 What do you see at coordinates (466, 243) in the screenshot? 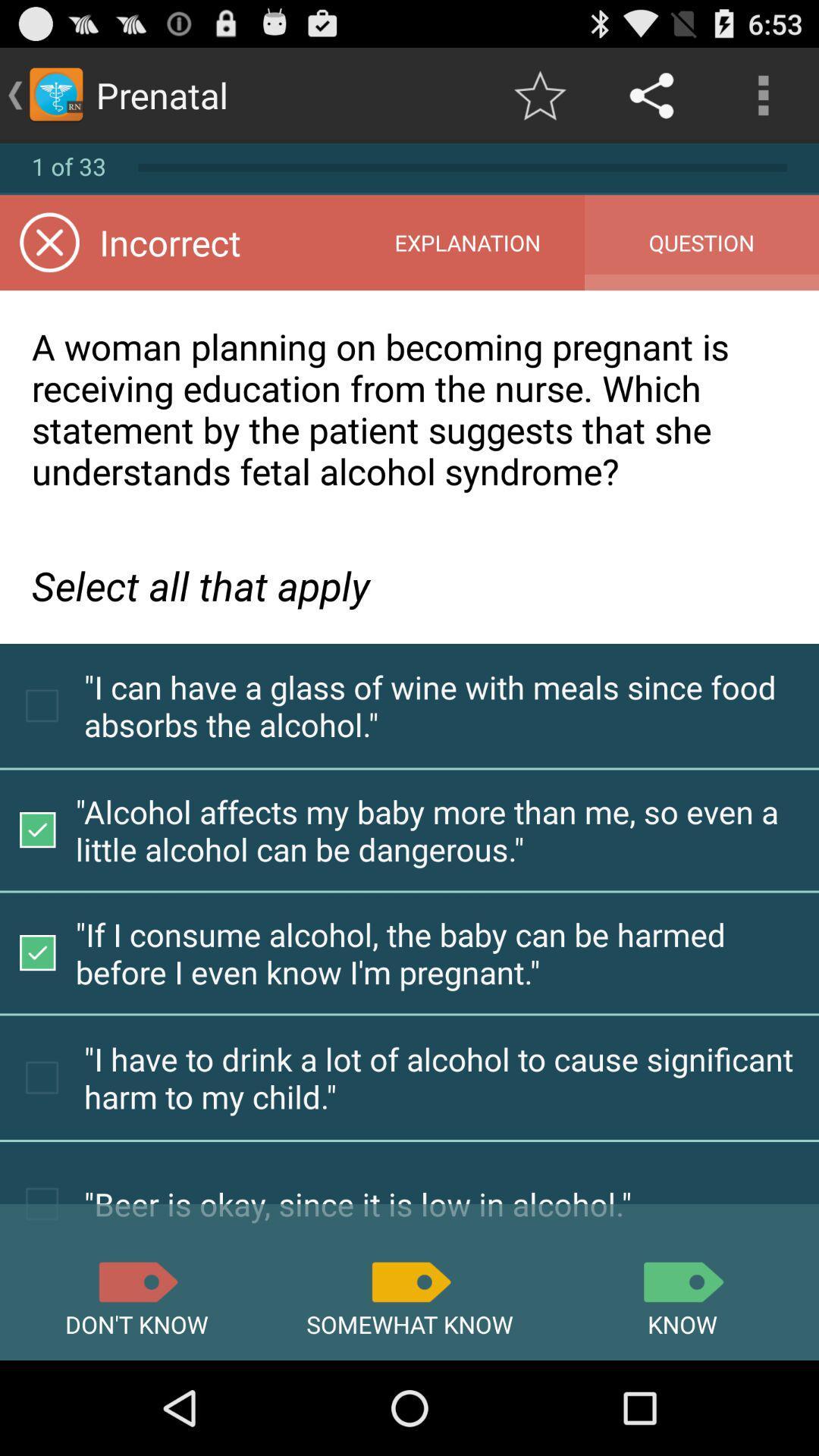
I see `item next to incorrect` at bounding box center [466, 243].